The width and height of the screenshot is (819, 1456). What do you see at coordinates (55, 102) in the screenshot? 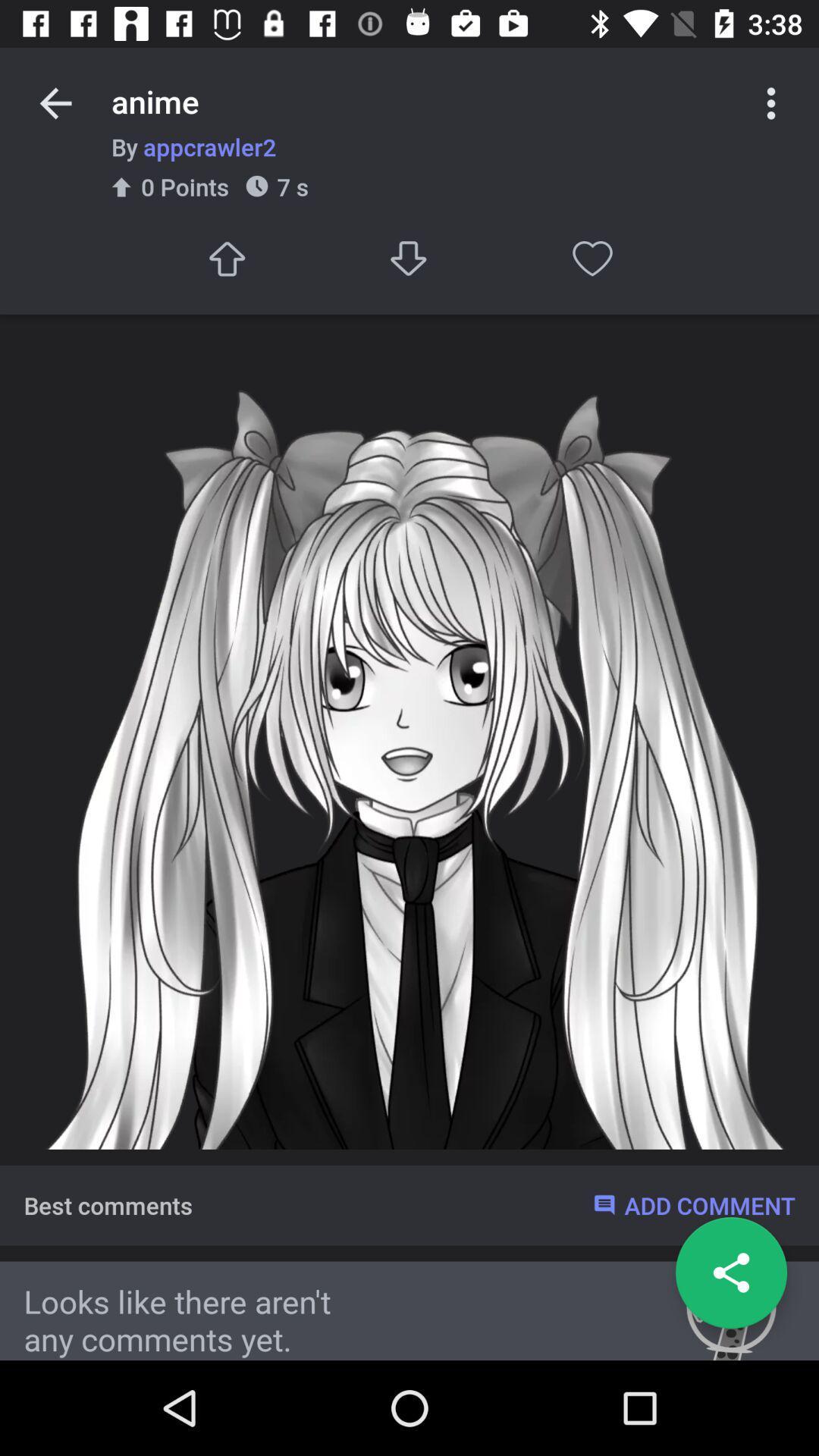
I see `previous` at bounding box center [55, 102].